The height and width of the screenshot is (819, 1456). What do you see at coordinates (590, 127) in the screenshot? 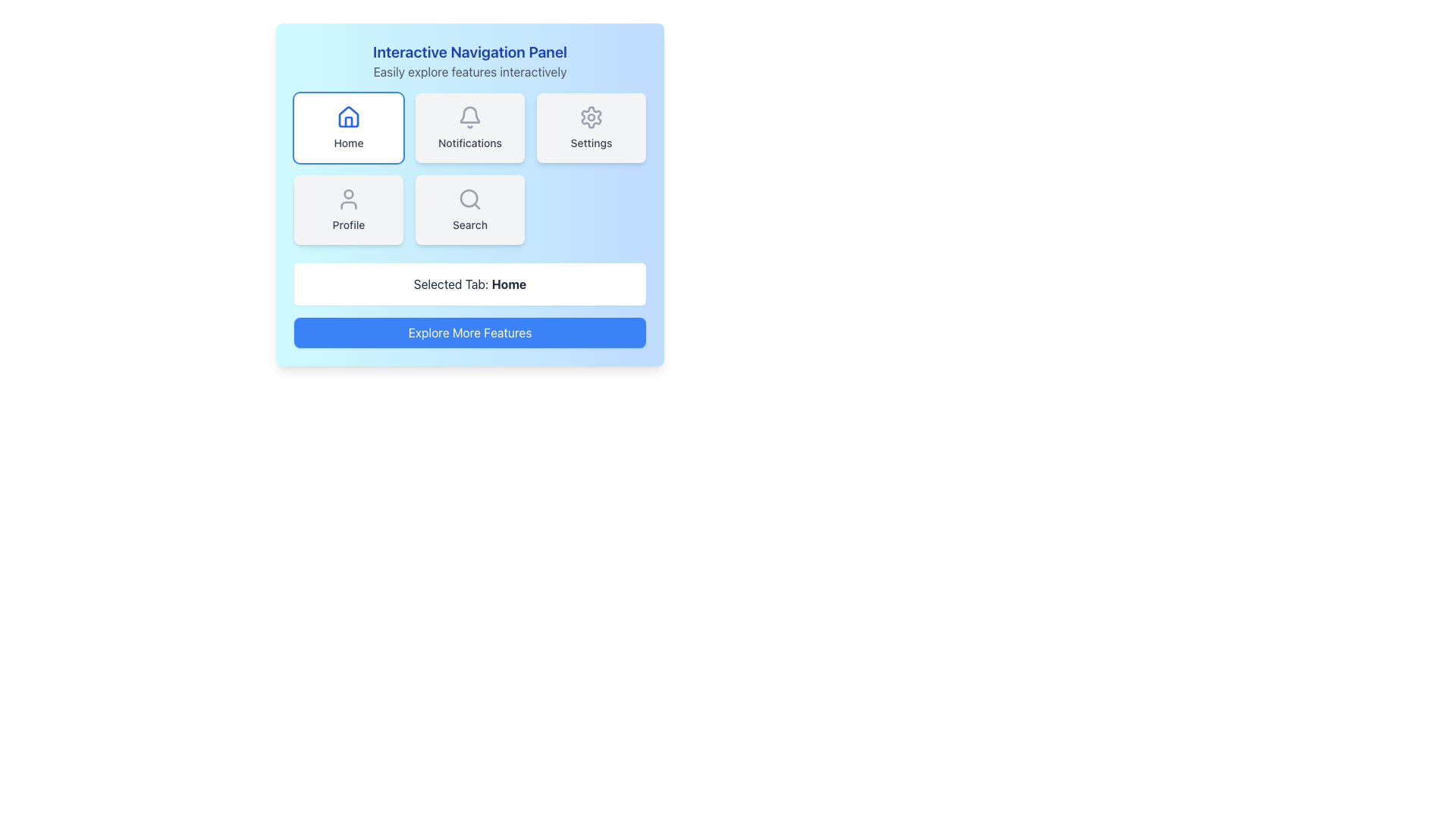
I see `the third navigation button in the first row of the grid layout for keyboard interaction` at bounding box center [590, 127].